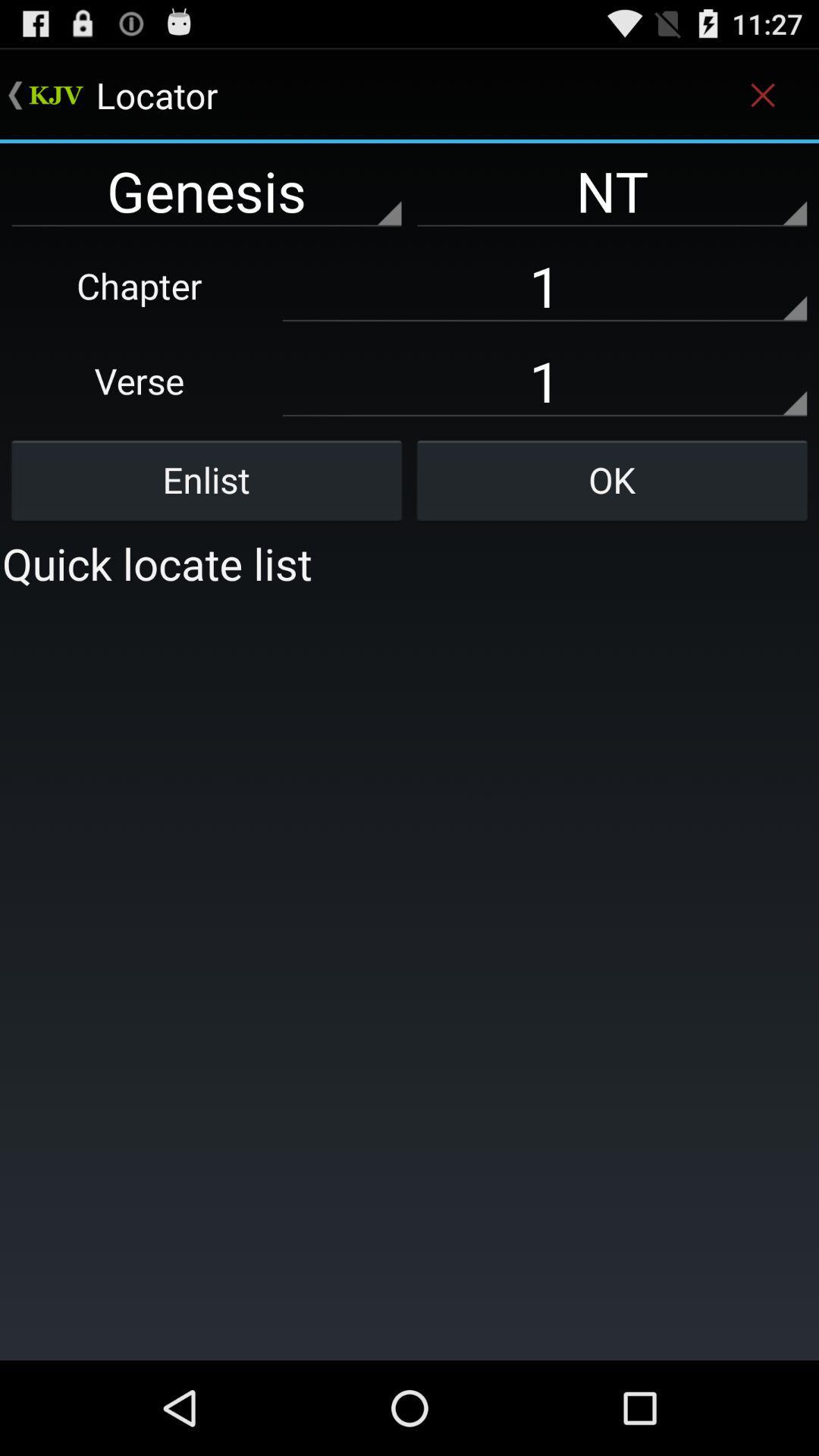 The width and height of the screenshot is (819, 1456). I want to click on the genesis  left to nt, so click(206, 190).